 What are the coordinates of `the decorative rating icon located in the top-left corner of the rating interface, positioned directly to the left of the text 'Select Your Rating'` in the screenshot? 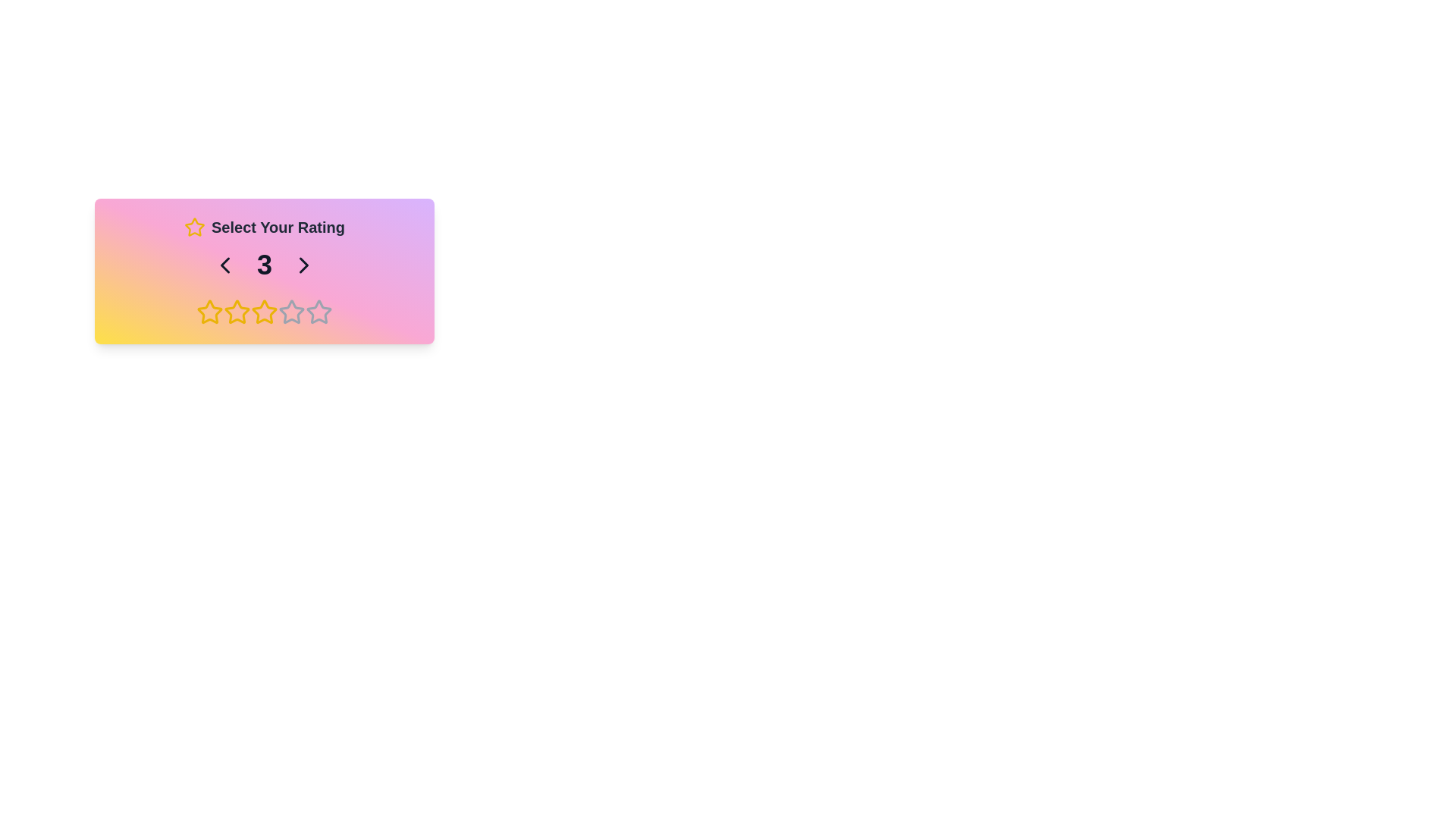 It's located at (194, 227).